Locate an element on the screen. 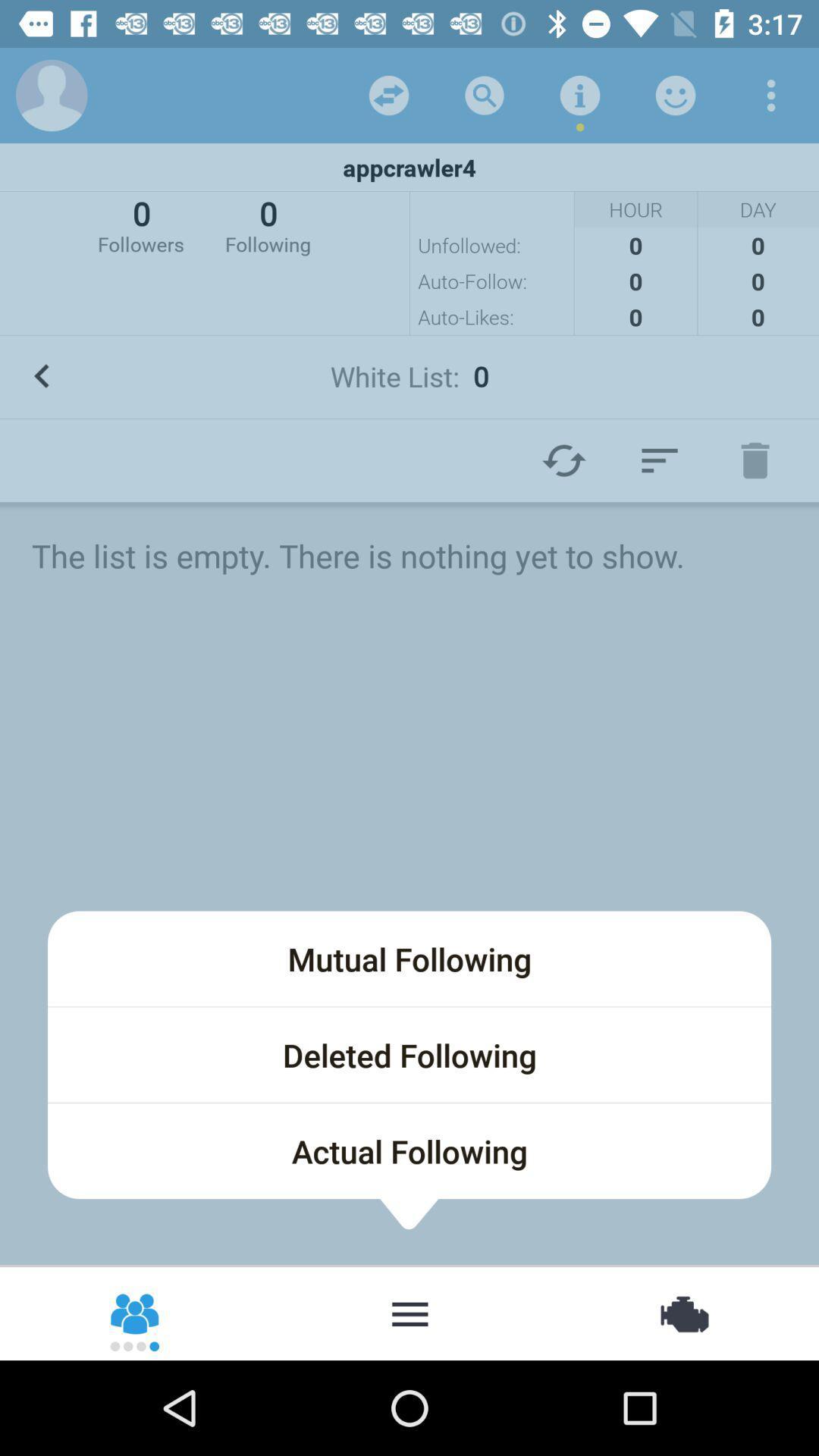 The image size is (819, 1456). show following list is located at coordinates (409, 1312).